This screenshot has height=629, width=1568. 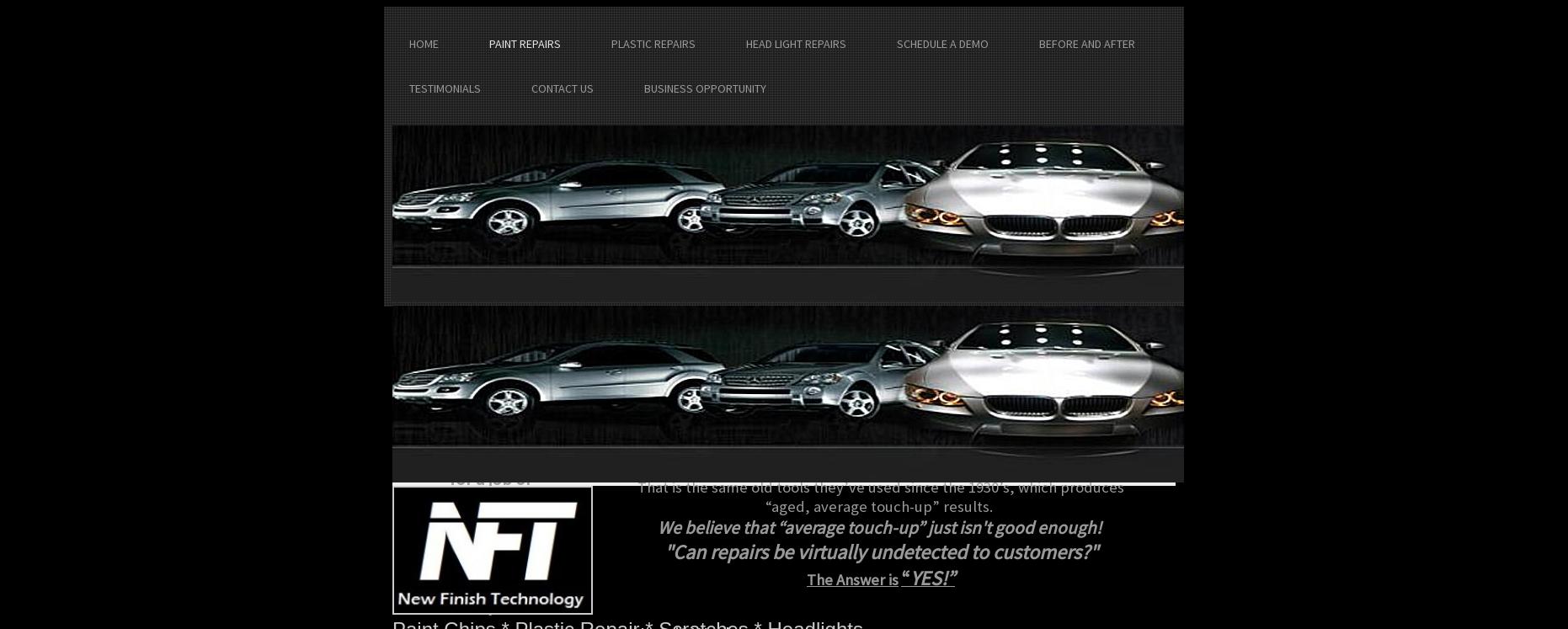 I want to click on 'Schedule a Demo', so click(x=941, y=42).